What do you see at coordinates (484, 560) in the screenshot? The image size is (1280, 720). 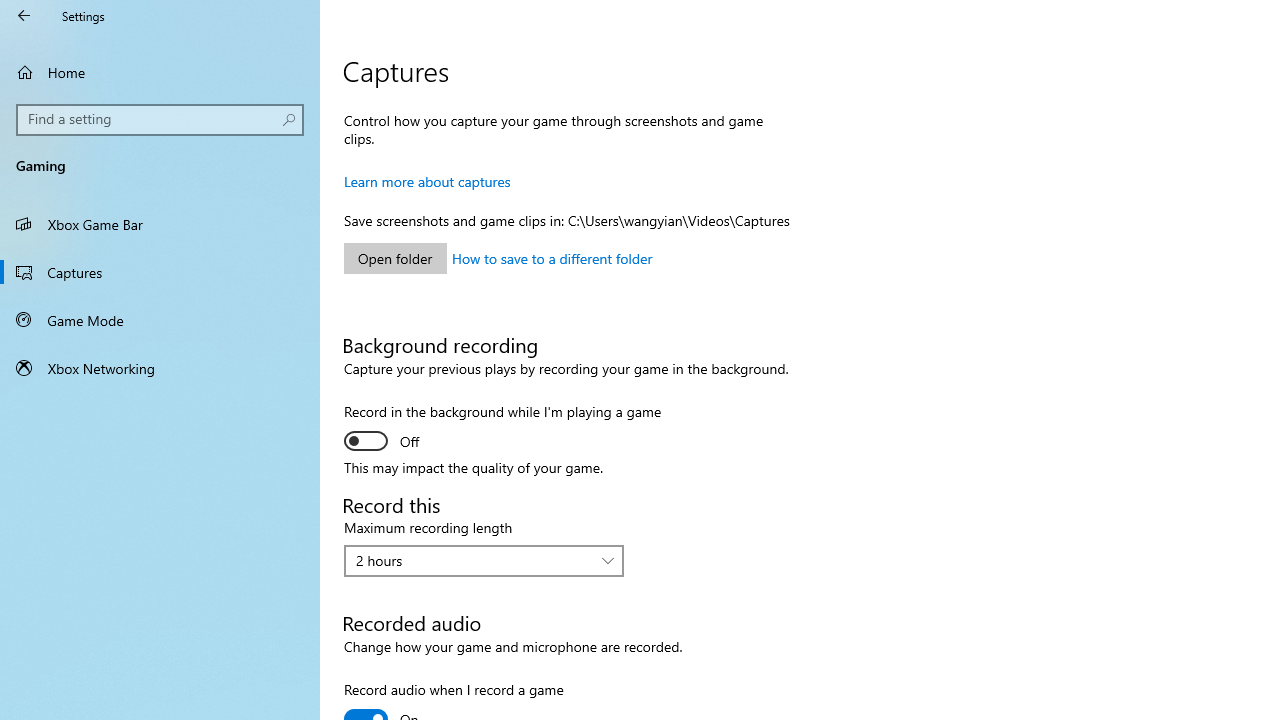 I see `'Maximum recording length'` at bounding box center [484, 560].